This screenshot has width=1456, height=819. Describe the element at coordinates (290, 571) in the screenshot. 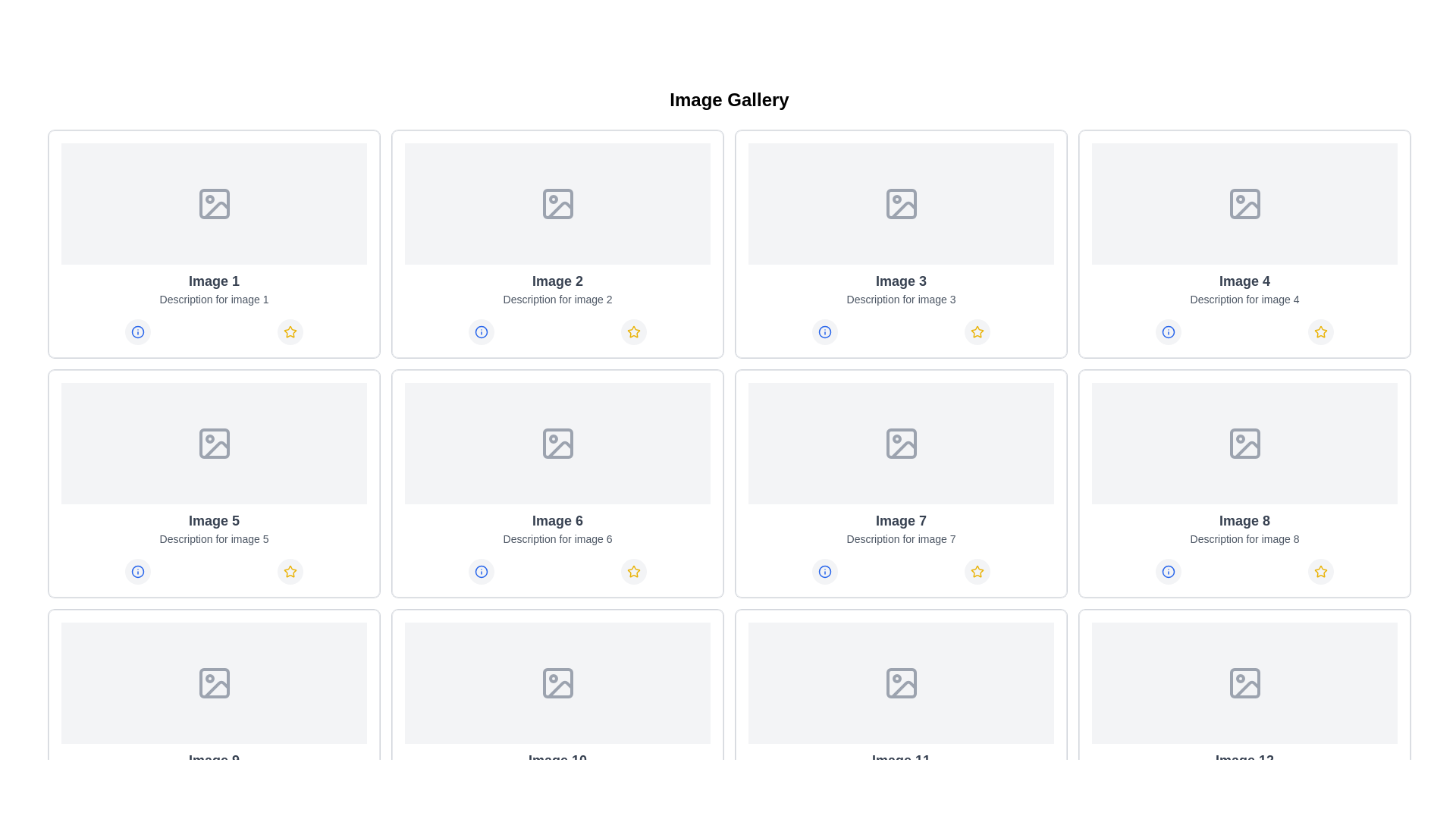

I see `the small circular button with a gray background and a yellow star icon, located to the far right beneath 'Image 5'` at that location.